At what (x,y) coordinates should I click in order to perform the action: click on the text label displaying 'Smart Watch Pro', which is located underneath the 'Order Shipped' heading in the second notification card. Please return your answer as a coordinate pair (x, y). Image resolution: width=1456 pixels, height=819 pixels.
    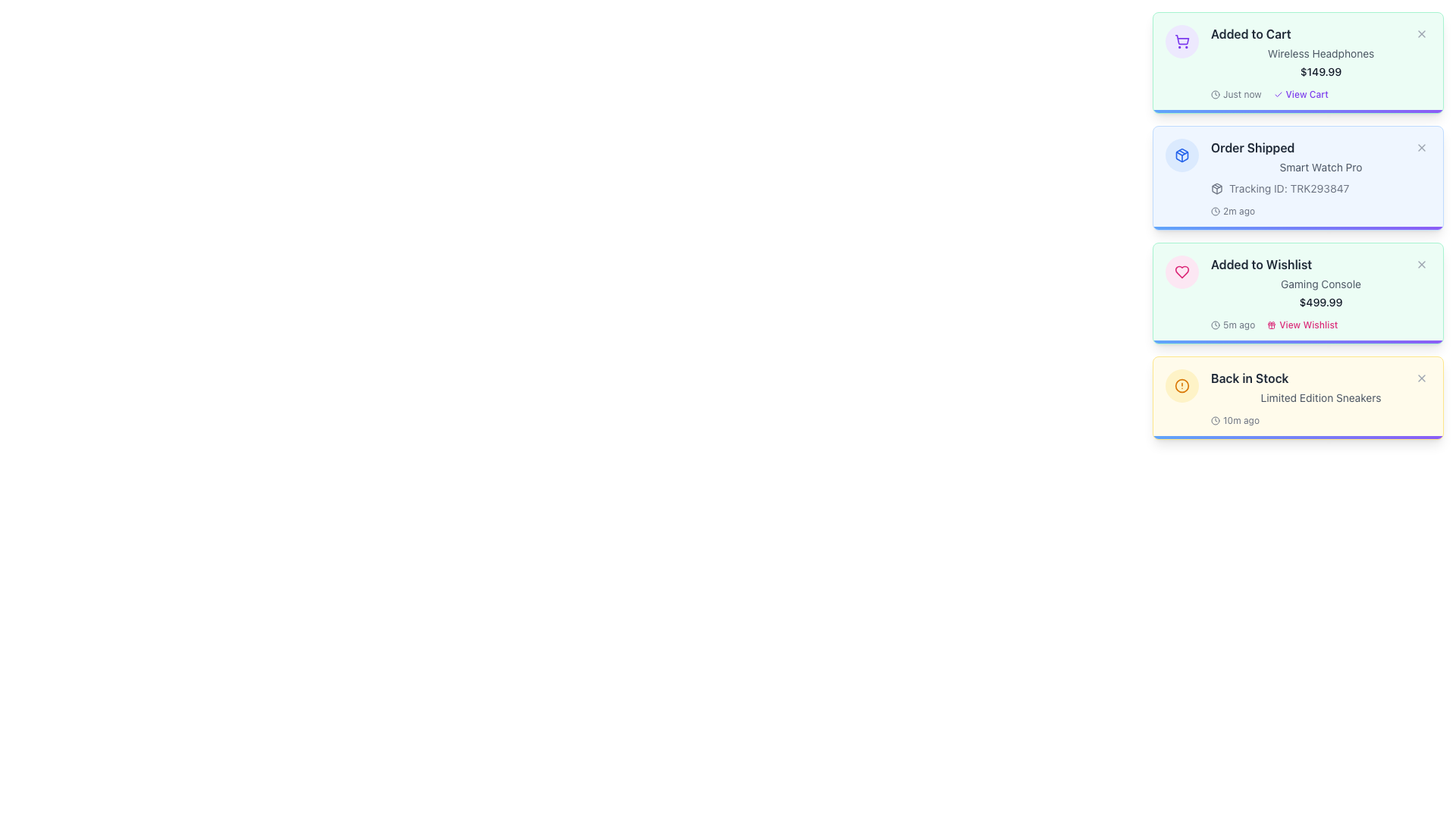
    Looking at the image, I should click on (1320, 167).